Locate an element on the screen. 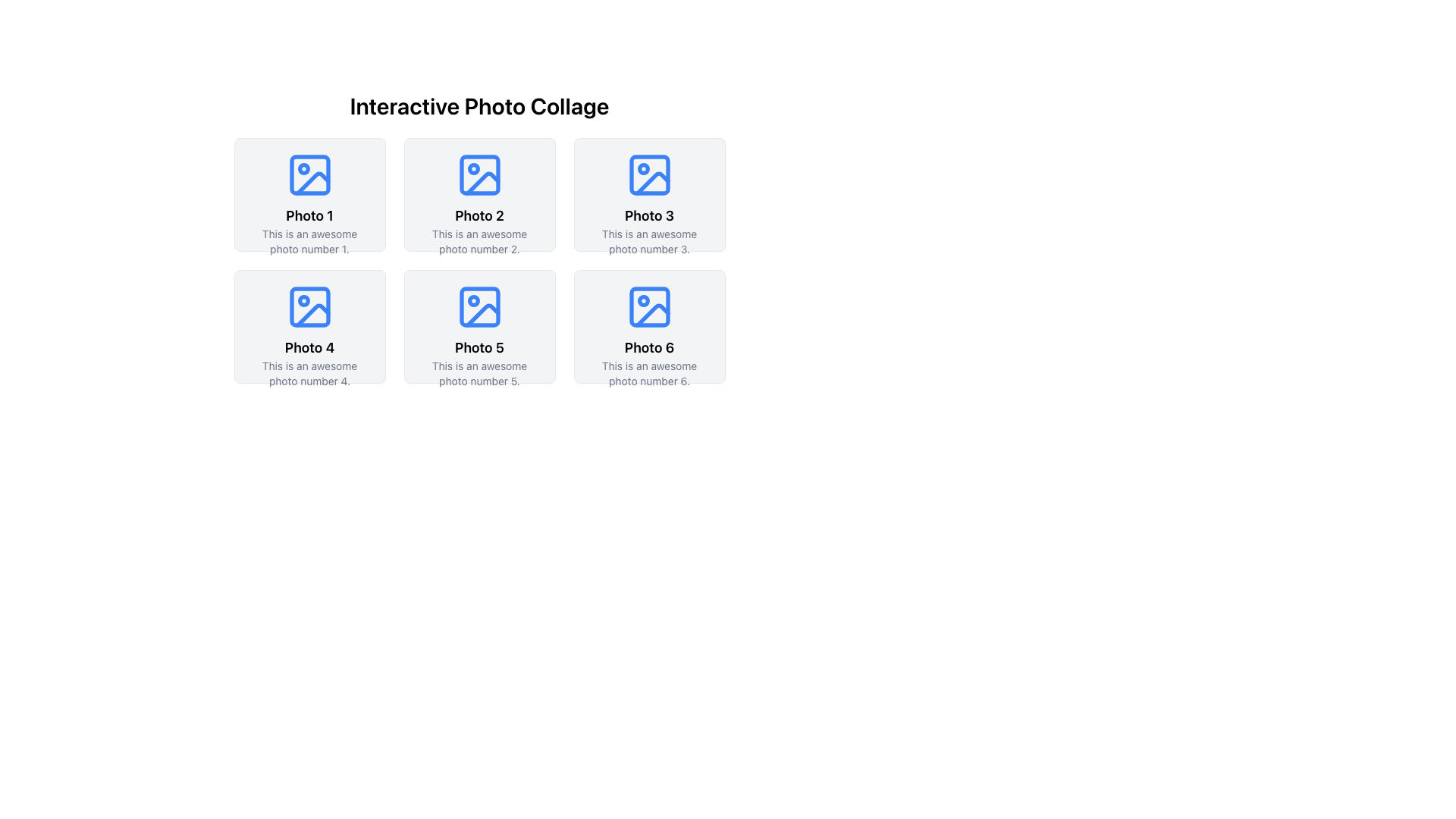 Image resolution: width=1456 pixels, height=819 pixels. the blue outlined square SVG icon representing an image located in the top-right cell of the photo card labeled 'Photo 3, This is an awesome photo number 3.' is located at coordinates (649, 174).